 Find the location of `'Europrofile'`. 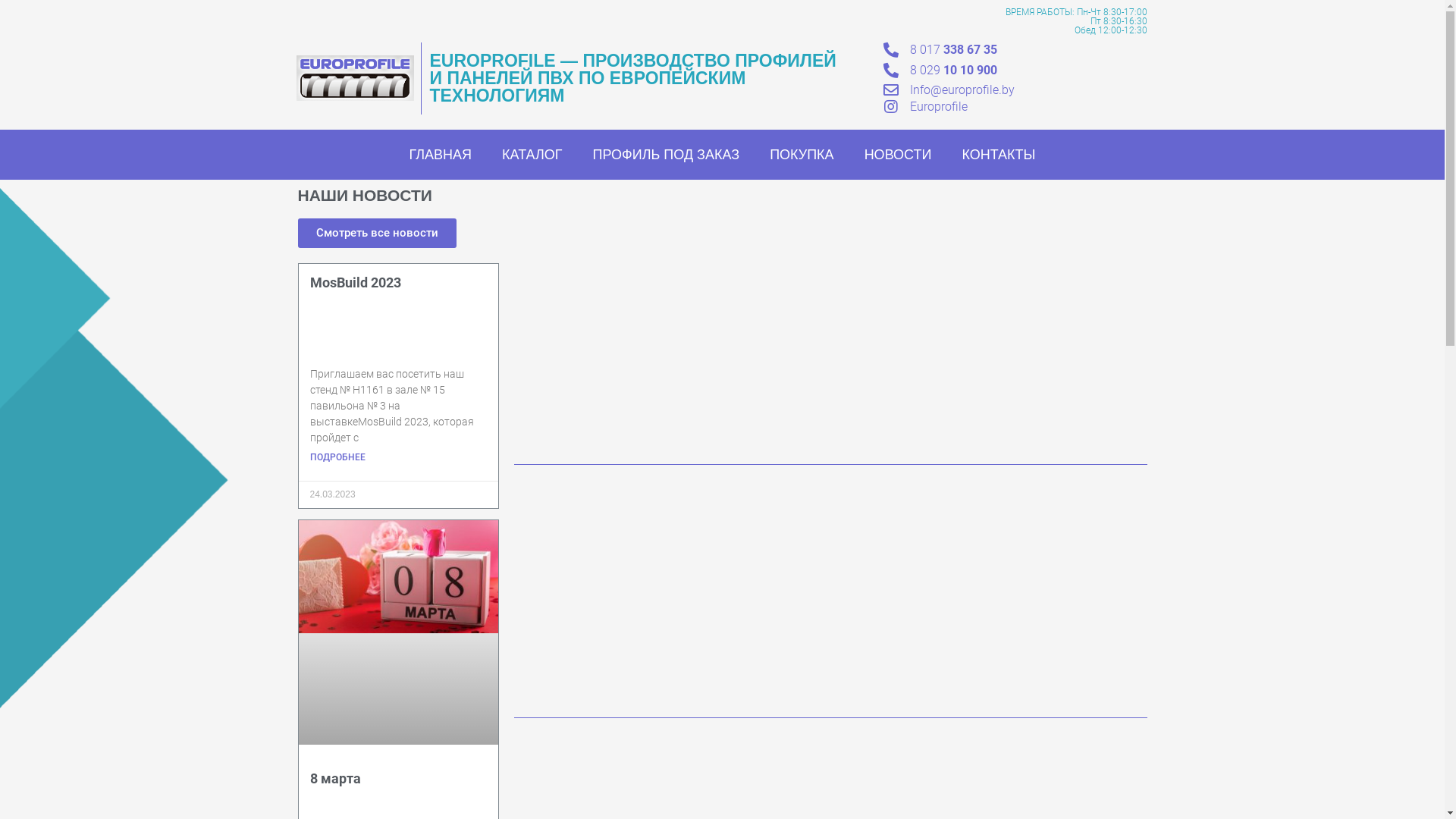

'Europrofile' is located at coordinates (938, 105).